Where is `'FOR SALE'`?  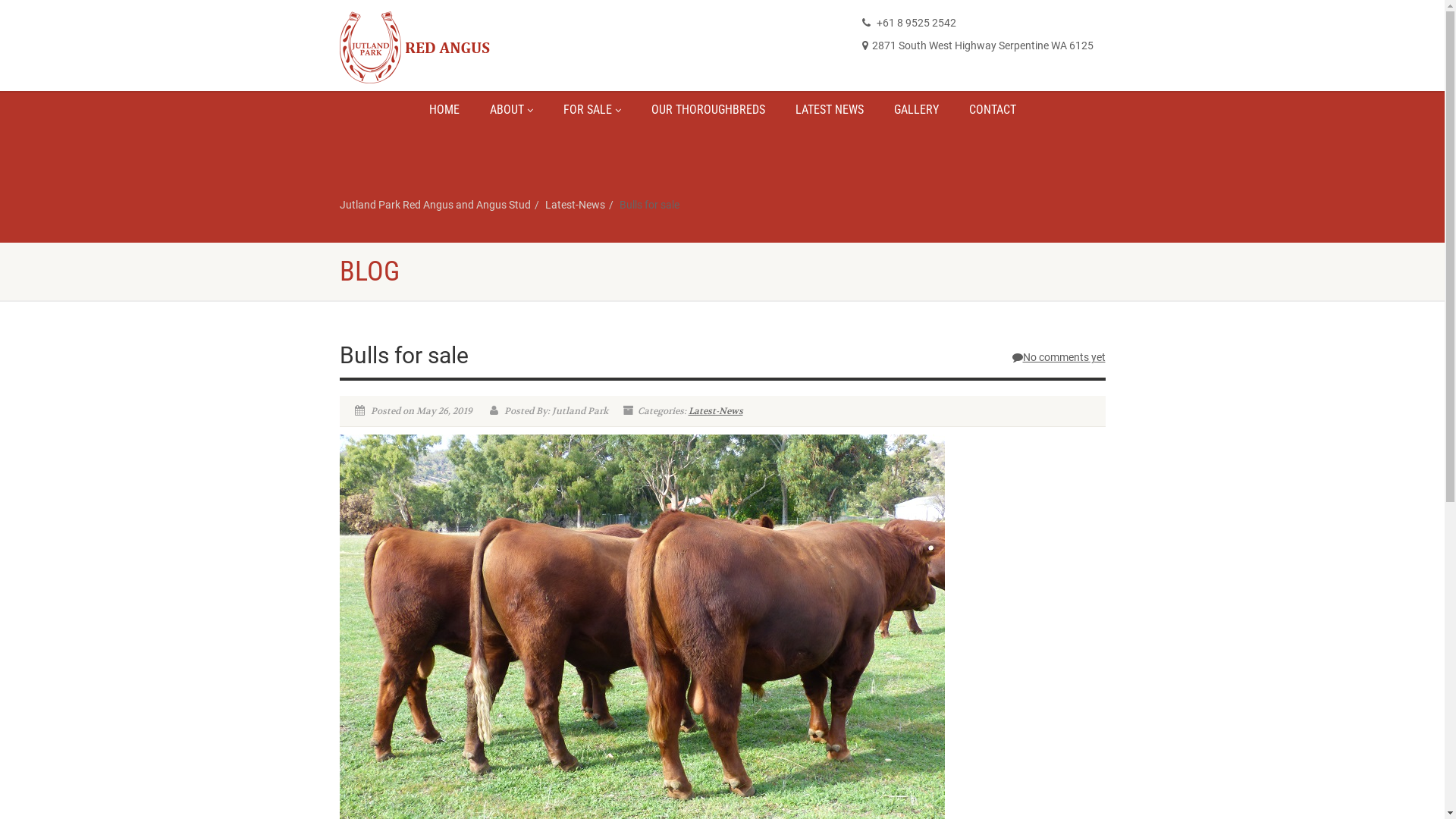 'FOR SALE' is located at coordinates (546, 109).